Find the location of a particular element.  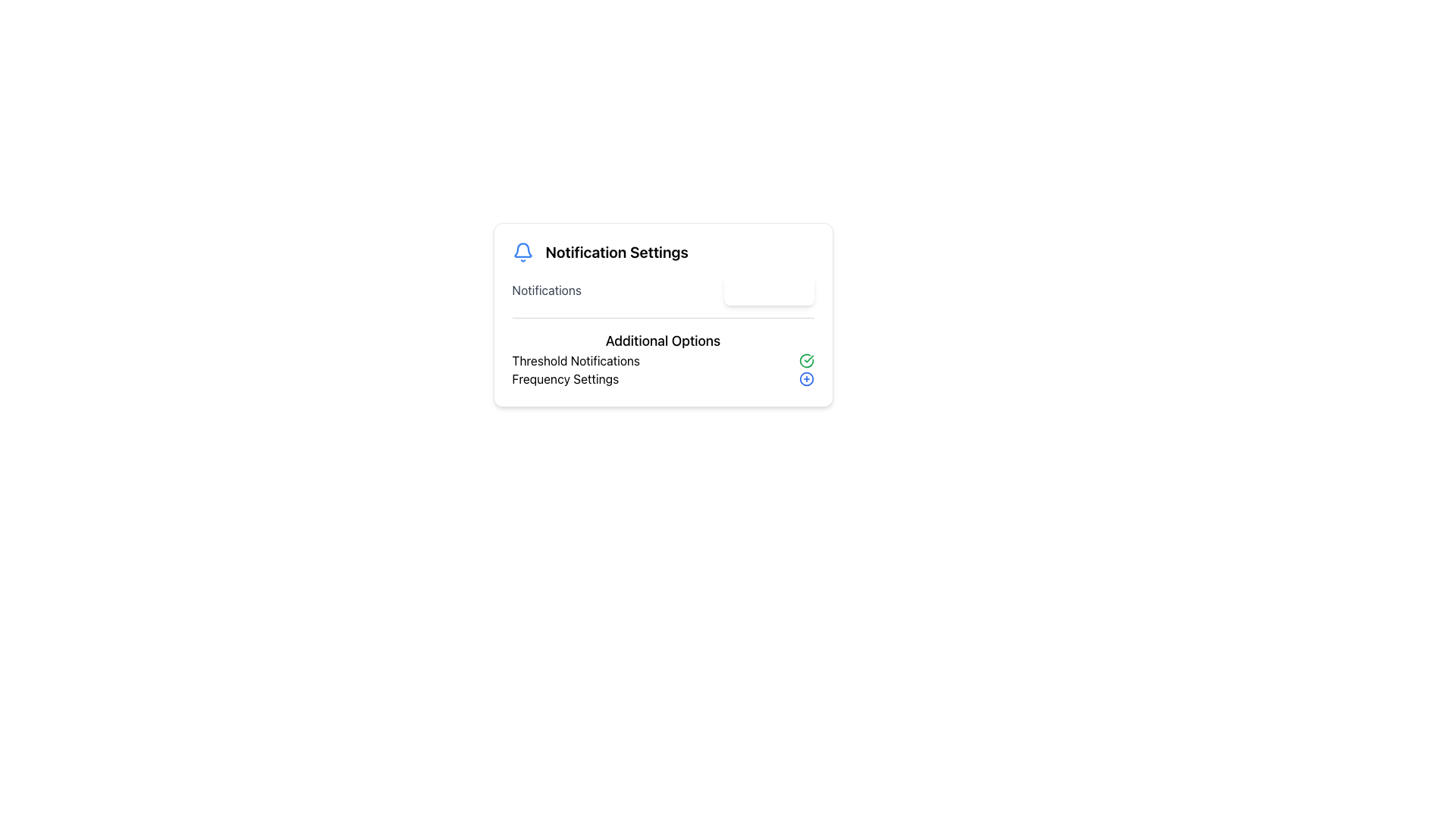

the toggle switch icon, which is styled as a right-pointing toggle with a rounded rectangular base is located at coordinates (793, 290).